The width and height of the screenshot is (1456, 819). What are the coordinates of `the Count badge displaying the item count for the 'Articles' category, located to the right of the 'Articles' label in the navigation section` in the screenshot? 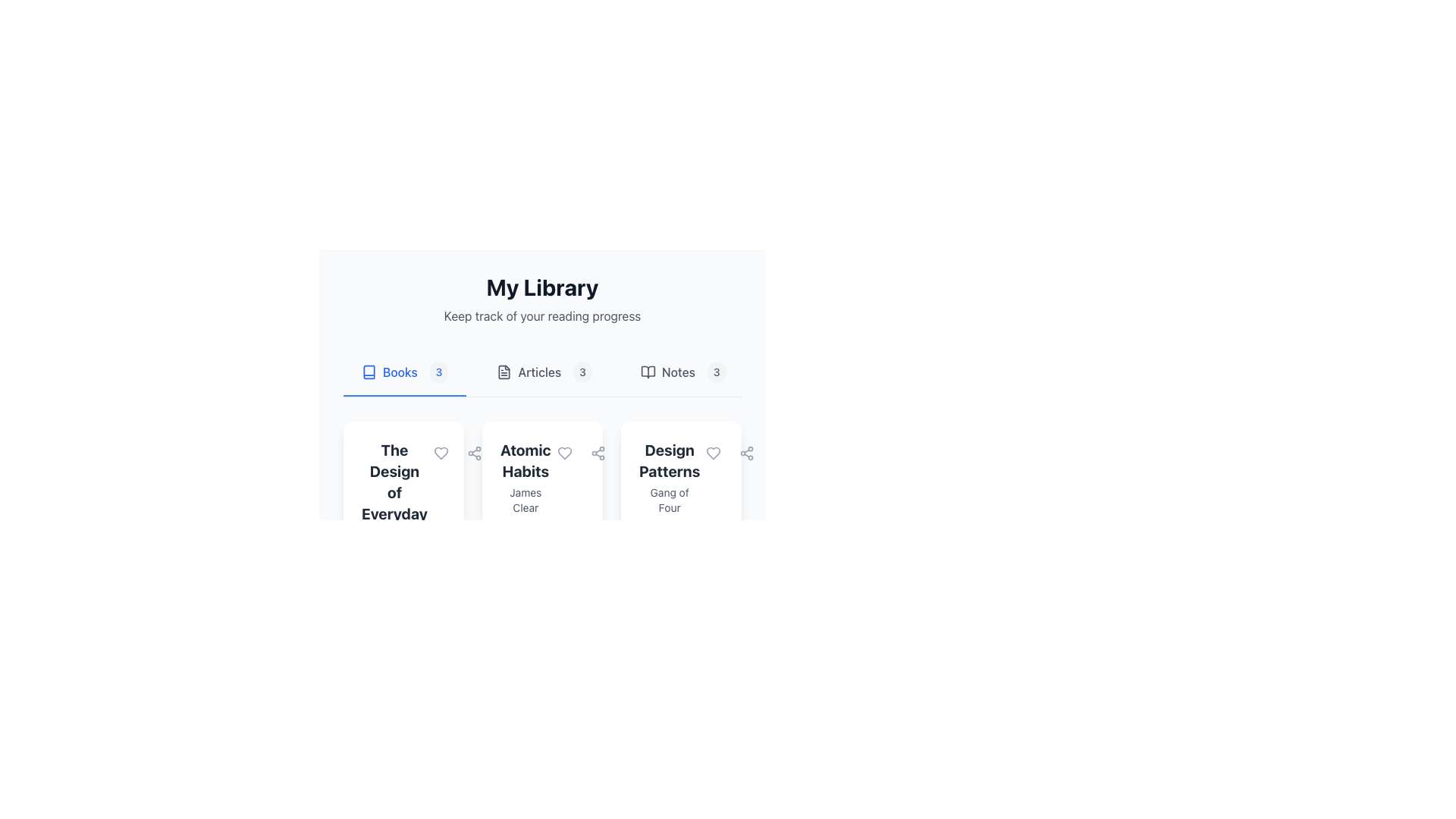 It's located at (582, 372).